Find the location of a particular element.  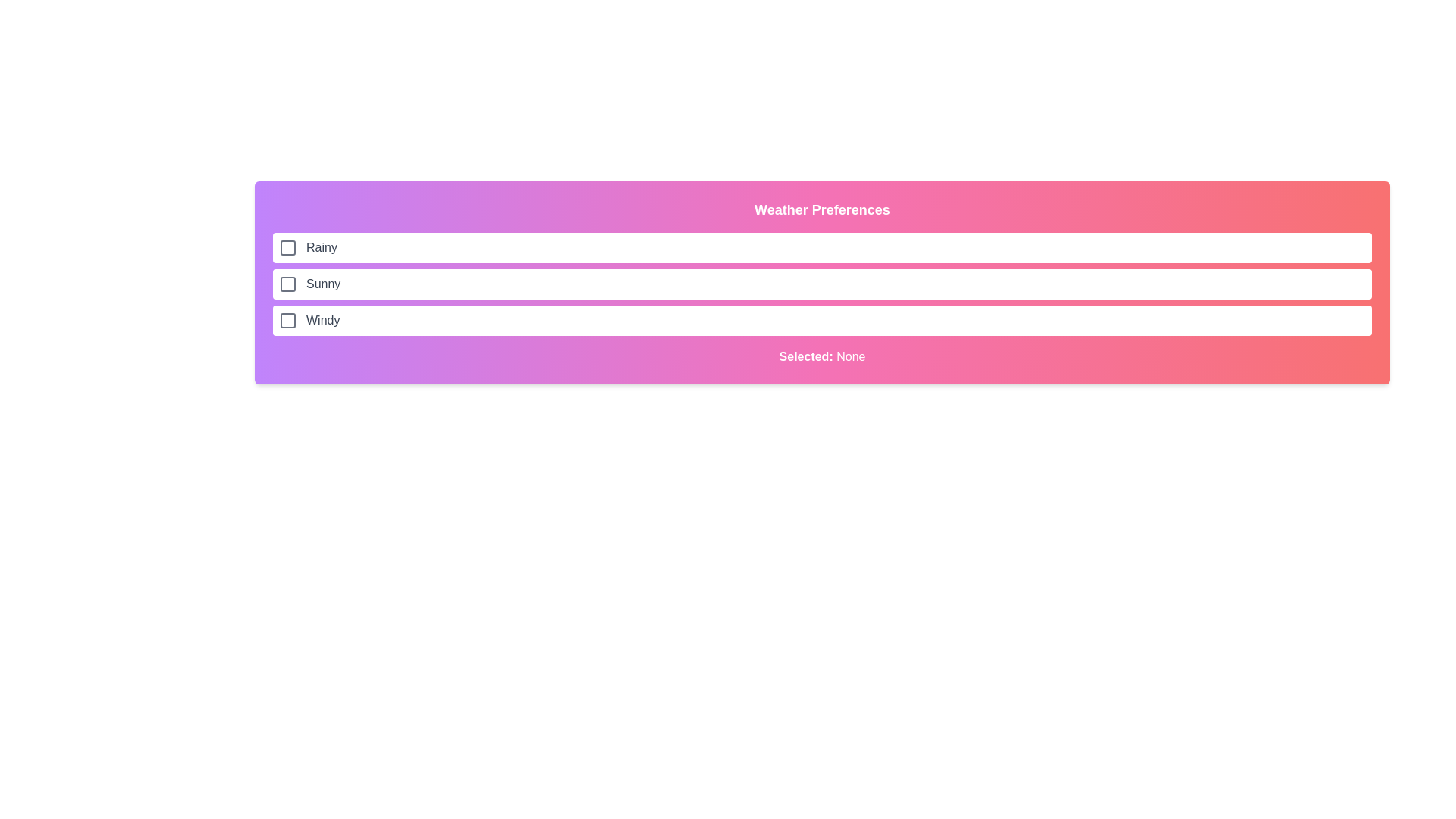

the decorative graphic element within the 'Sunny' option in the weather preferences interface is located at coordinates (287, 284).